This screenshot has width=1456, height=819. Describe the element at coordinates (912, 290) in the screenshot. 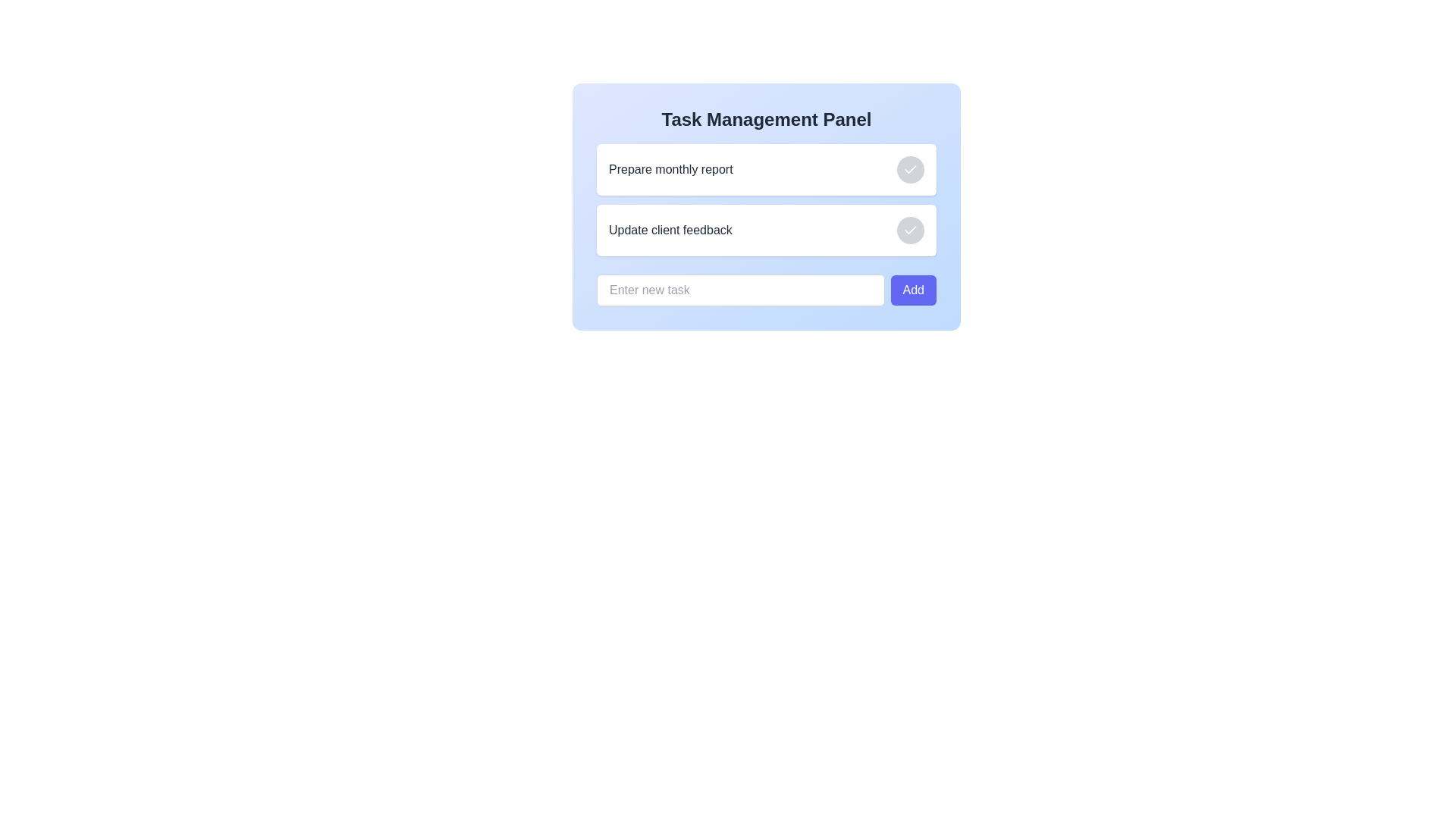

I see `the 'Add' button, which is a medium-sized indigo button with white text, located within the 'Task Management Panel'` at that location.